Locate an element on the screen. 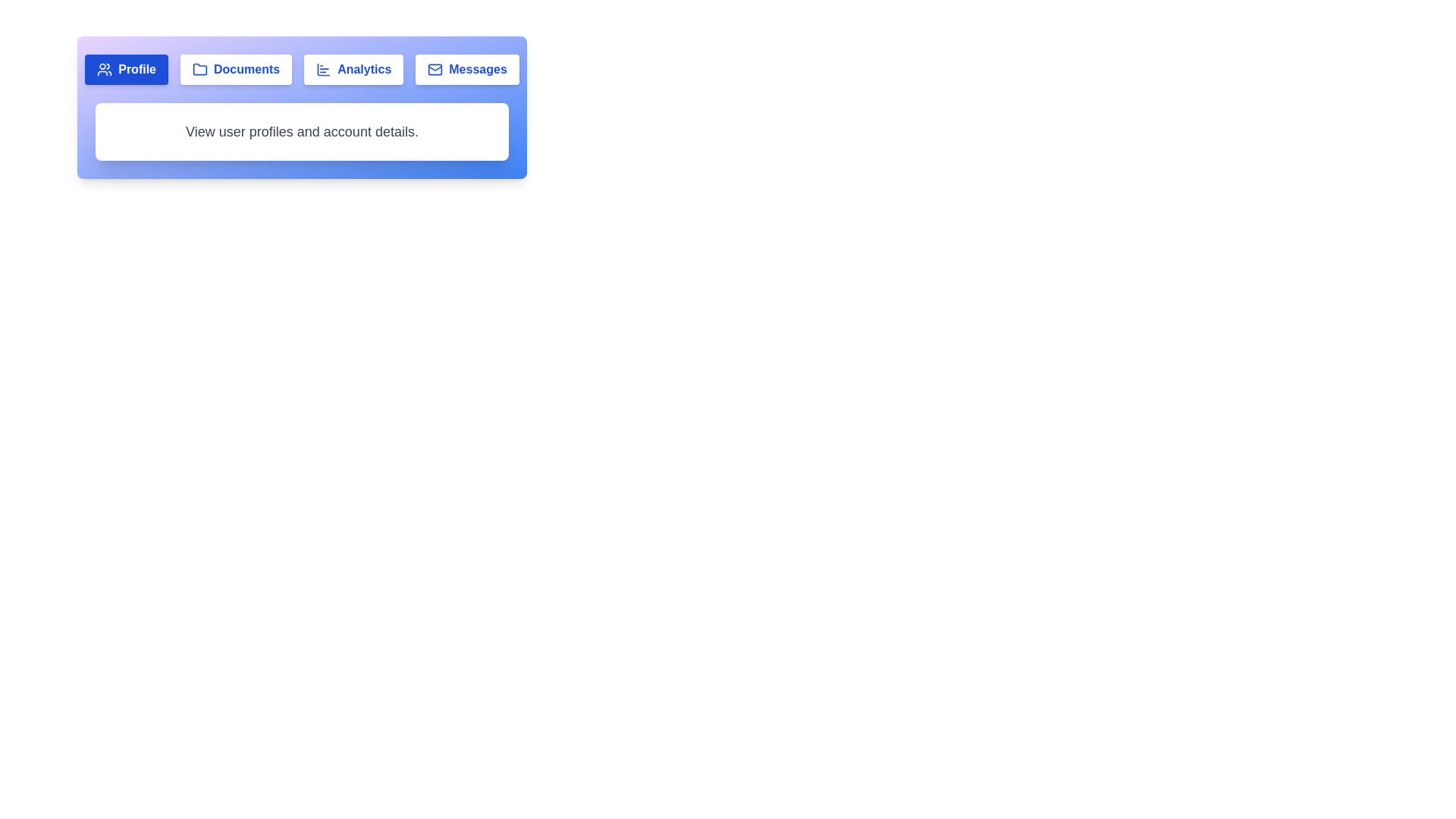  the Messages tab to view its content is located at coordinates (466, 70).